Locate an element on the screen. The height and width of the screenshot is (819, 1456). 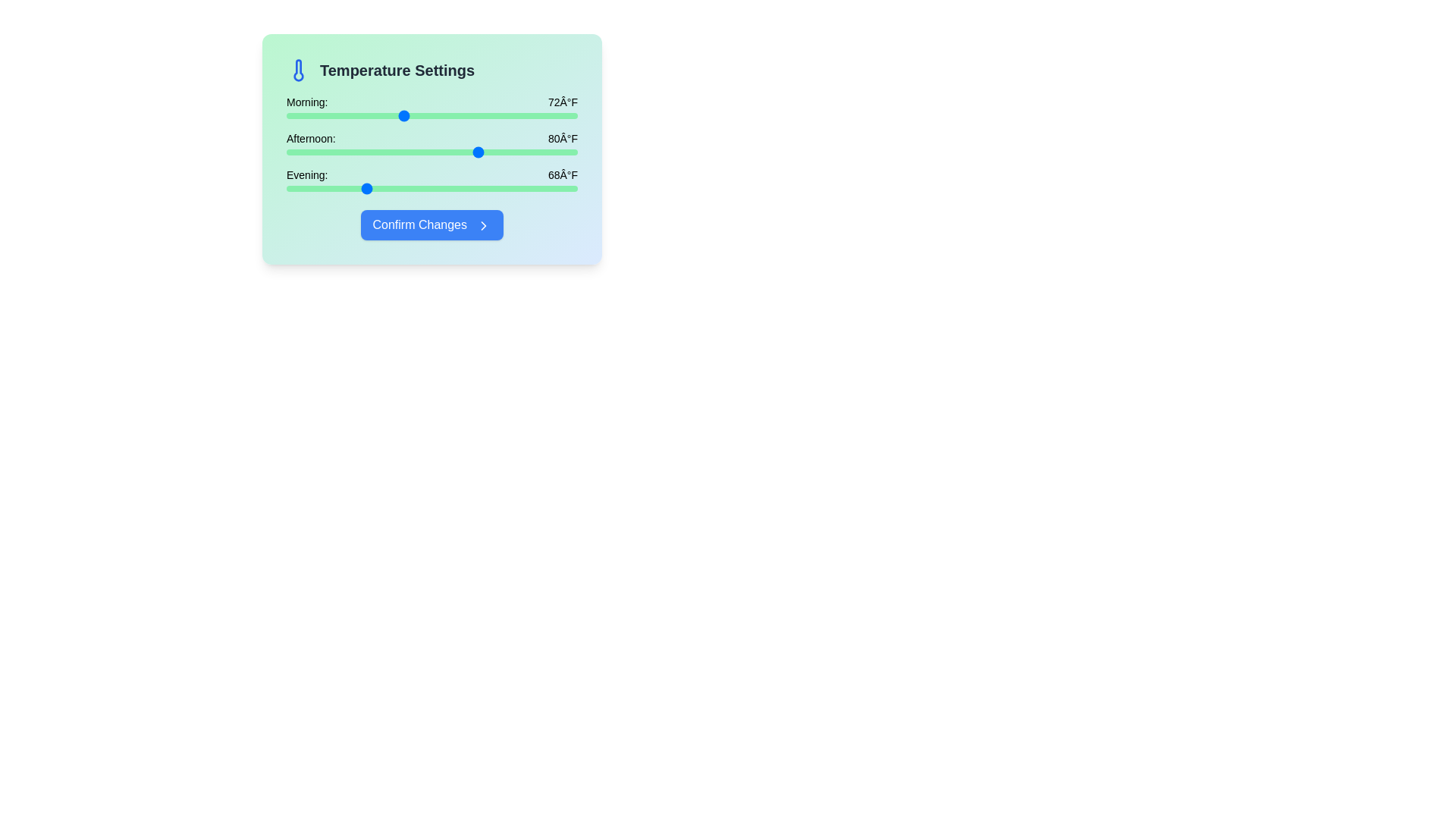
the evening temperature slider to 61°F is located at coordinates (296, 188).